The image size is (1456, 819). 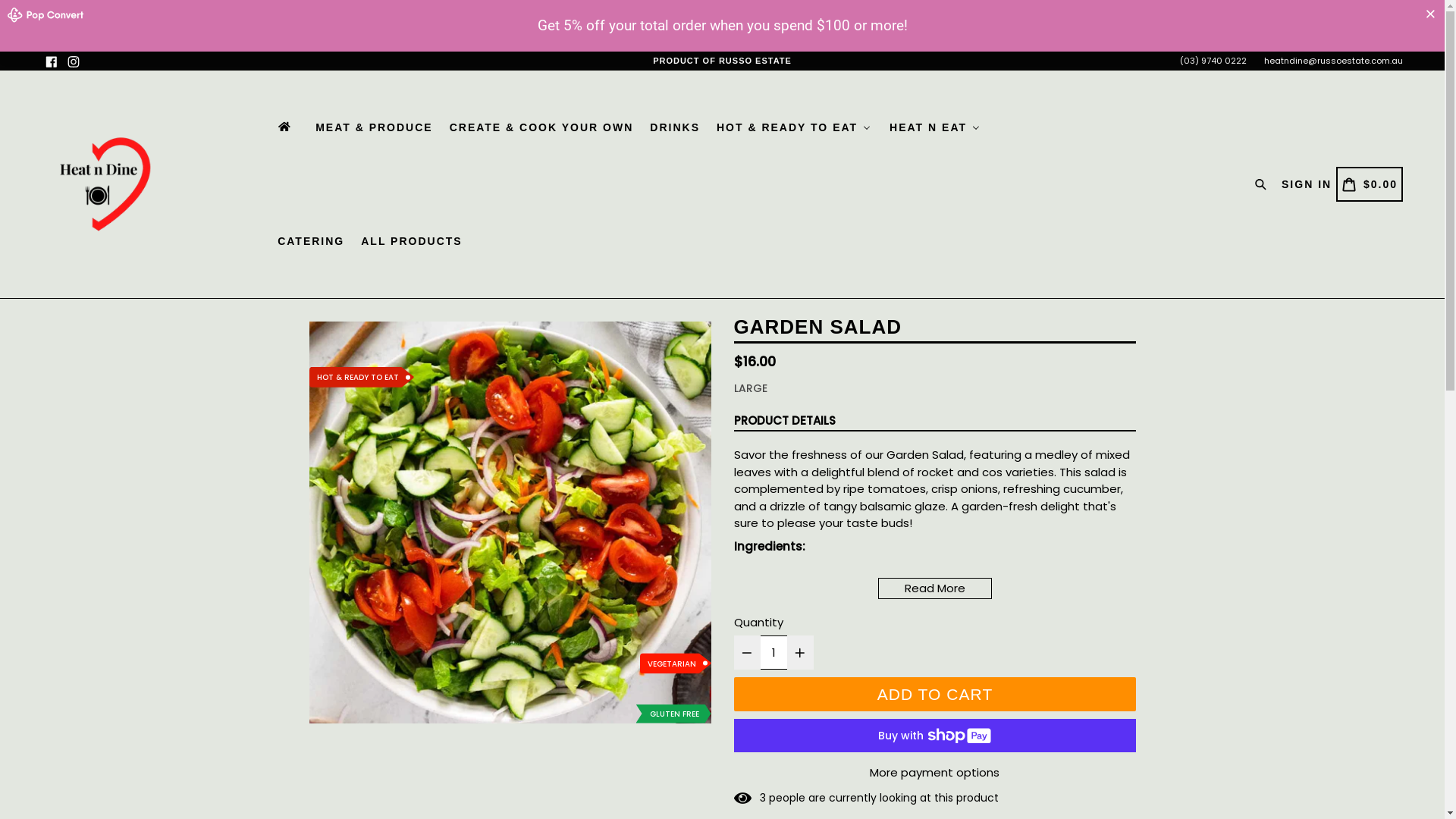 What do you see at coordinates (934, 587) in the screenshot?
I see `'Read More'` at bounding box center [934, 587].